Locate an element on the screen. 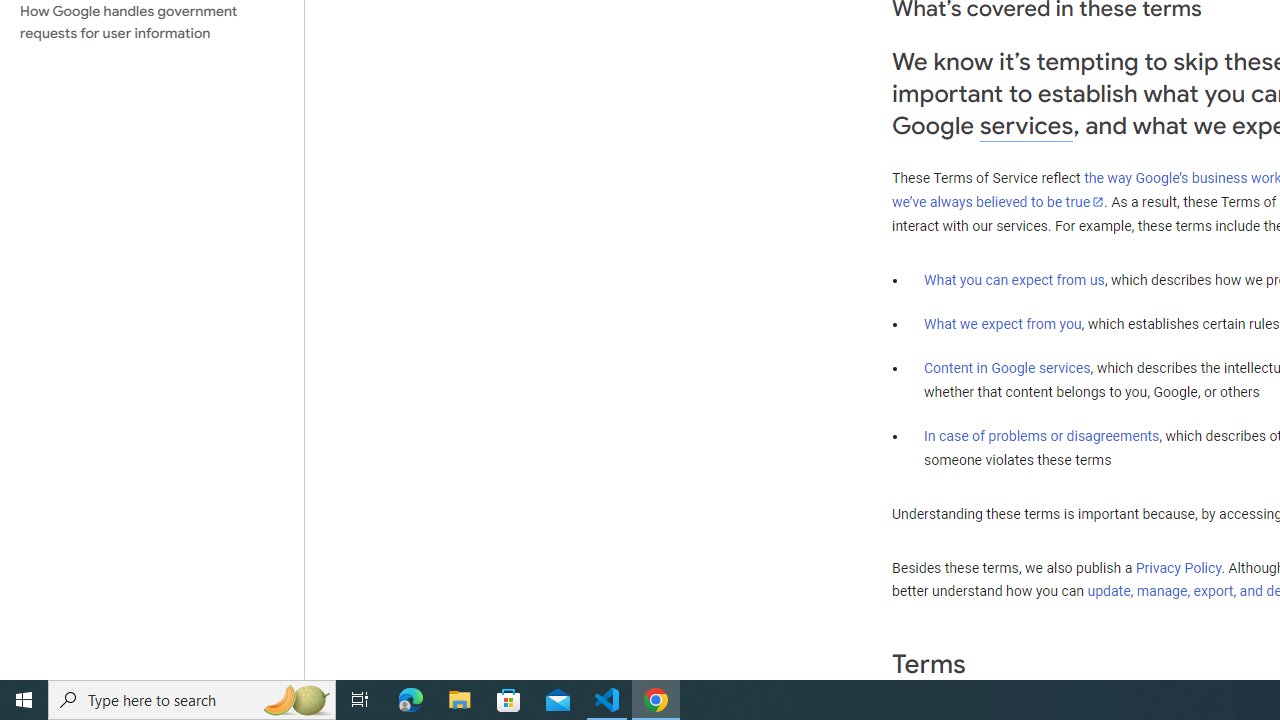 The width and height of the screenshot is (1280, 720). 'What we expect from you' is located at coordinates (1002, 323).